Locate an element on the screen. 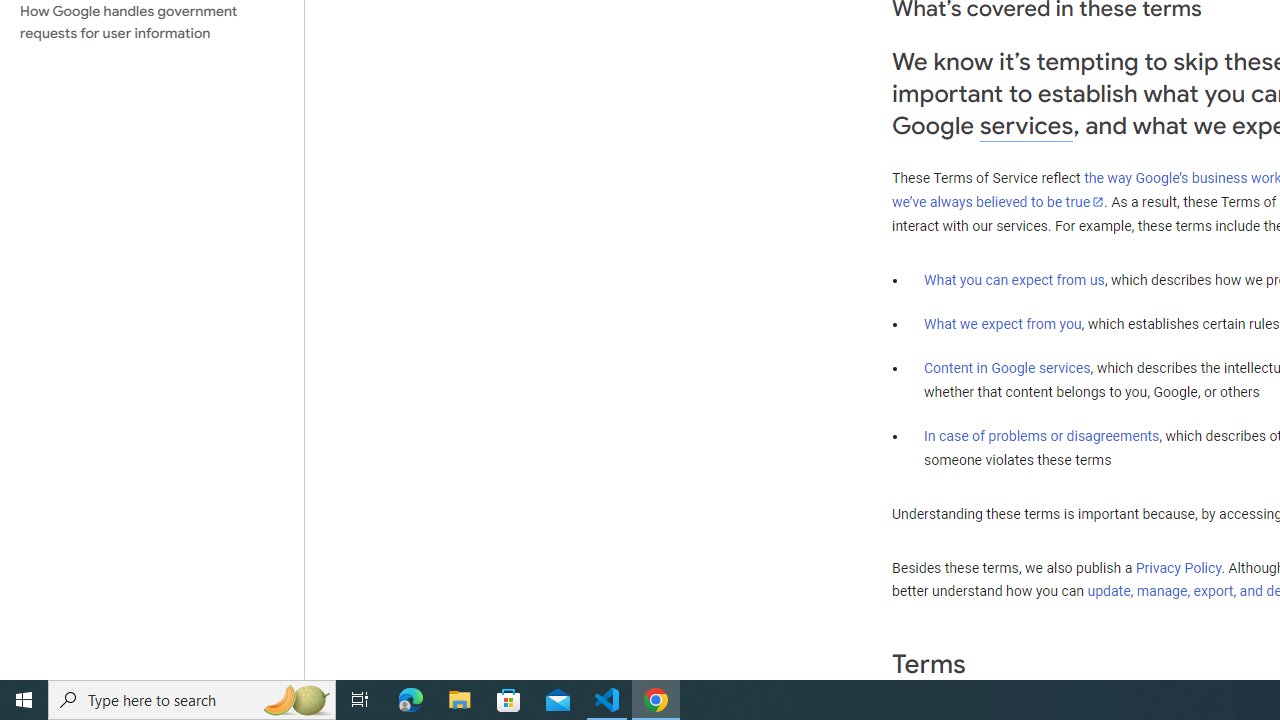 The width and height of the screenshot is (1280, 720). 'What we expect from you' is located at coordinates (1002, 323).